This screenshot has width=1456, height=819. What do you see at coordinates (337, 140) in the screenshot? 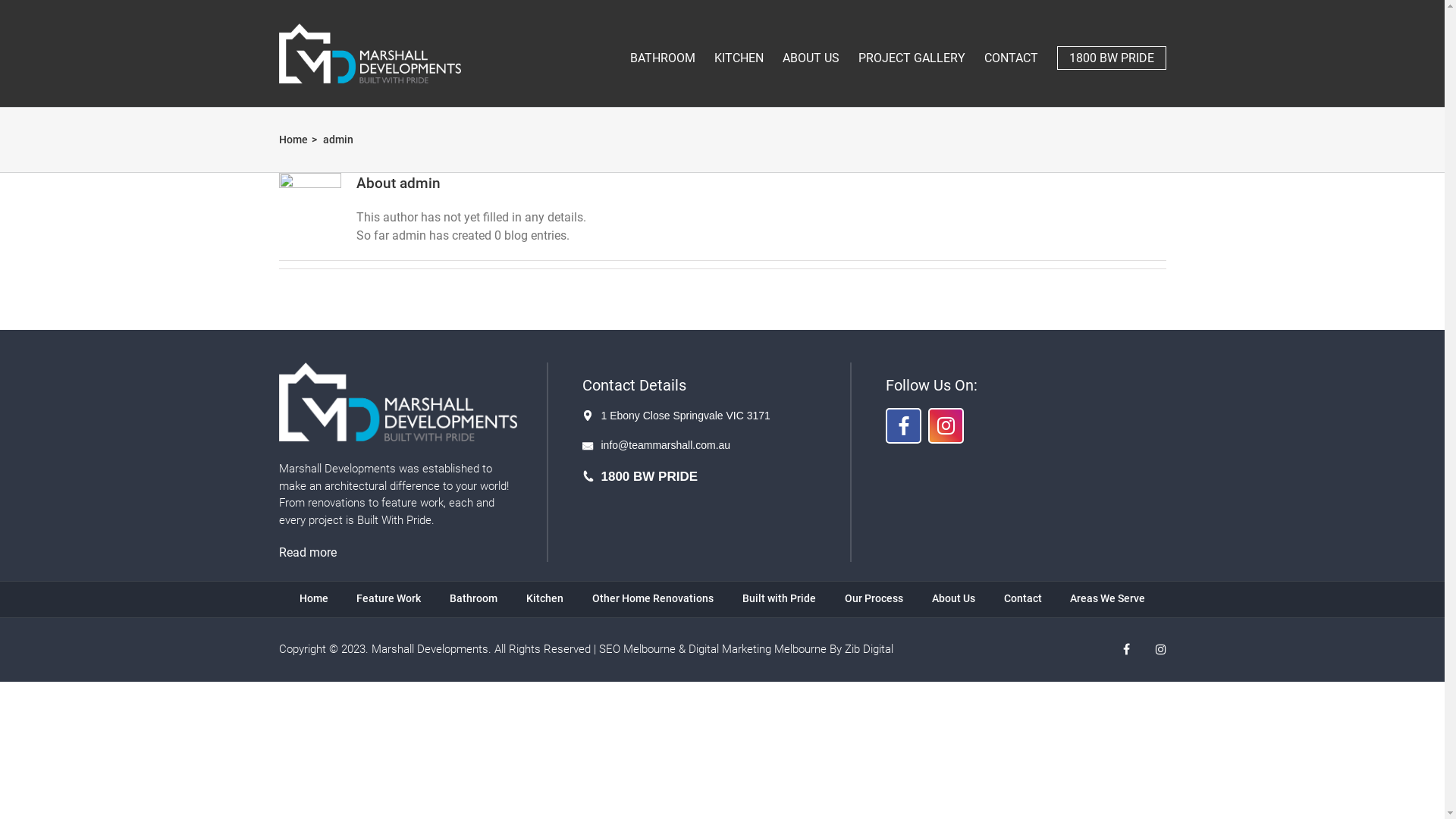
I see `'admin'` at bounding box center [337, 140].